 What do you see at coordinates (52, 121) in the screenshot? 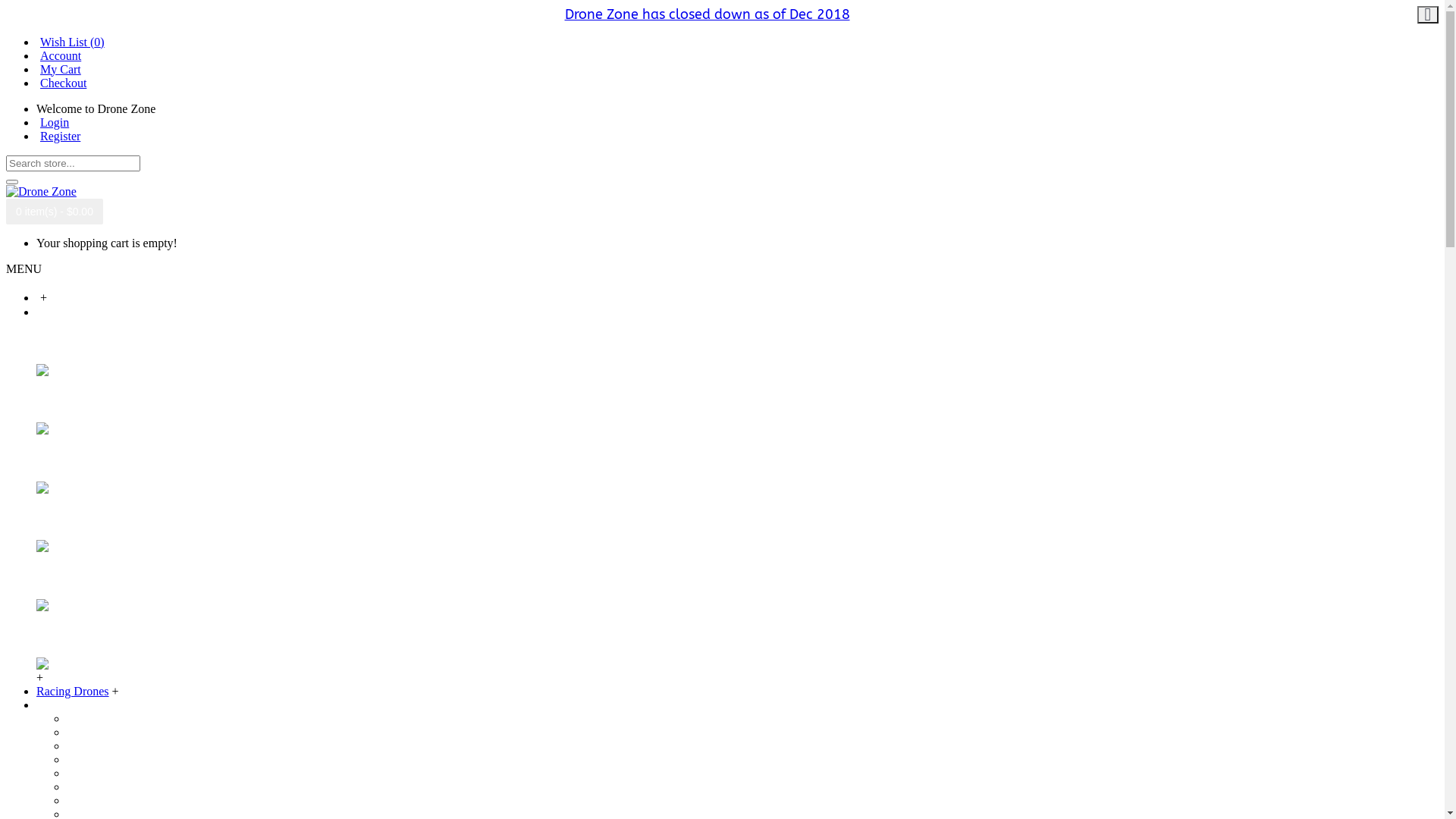
I see `'Login'` at bounding box center [52, 121].